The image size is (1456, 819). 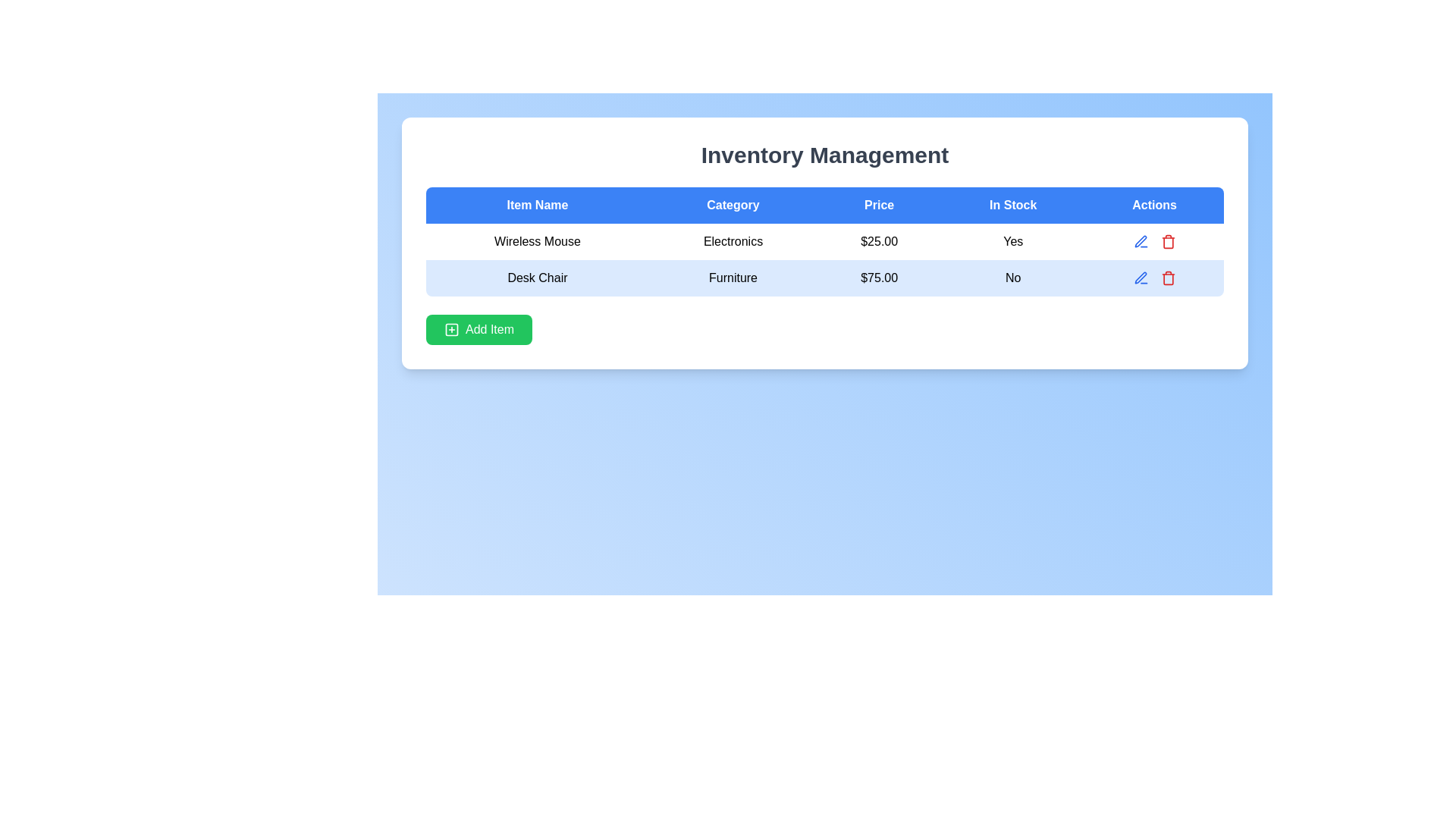 I want to click on the static label indicating that the 'Desk Chair' is not currently in stock, which is located in the fourth column of the second row under the 'In Stock' heading, so click(x=1013, y=278).